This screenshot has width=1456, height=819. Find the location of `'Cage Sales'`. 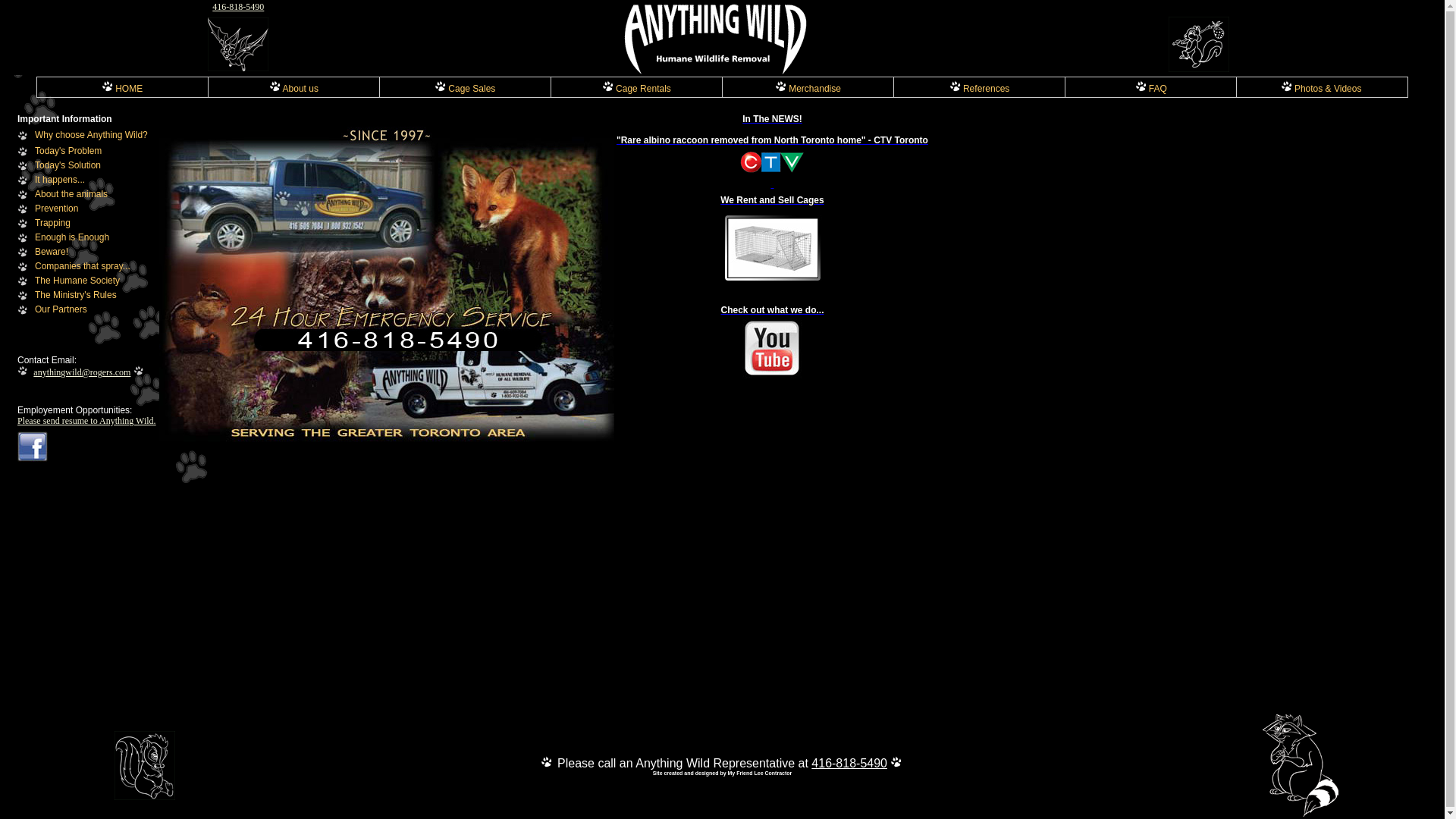

'Cage Sales' is located at coordinates (464, 88).